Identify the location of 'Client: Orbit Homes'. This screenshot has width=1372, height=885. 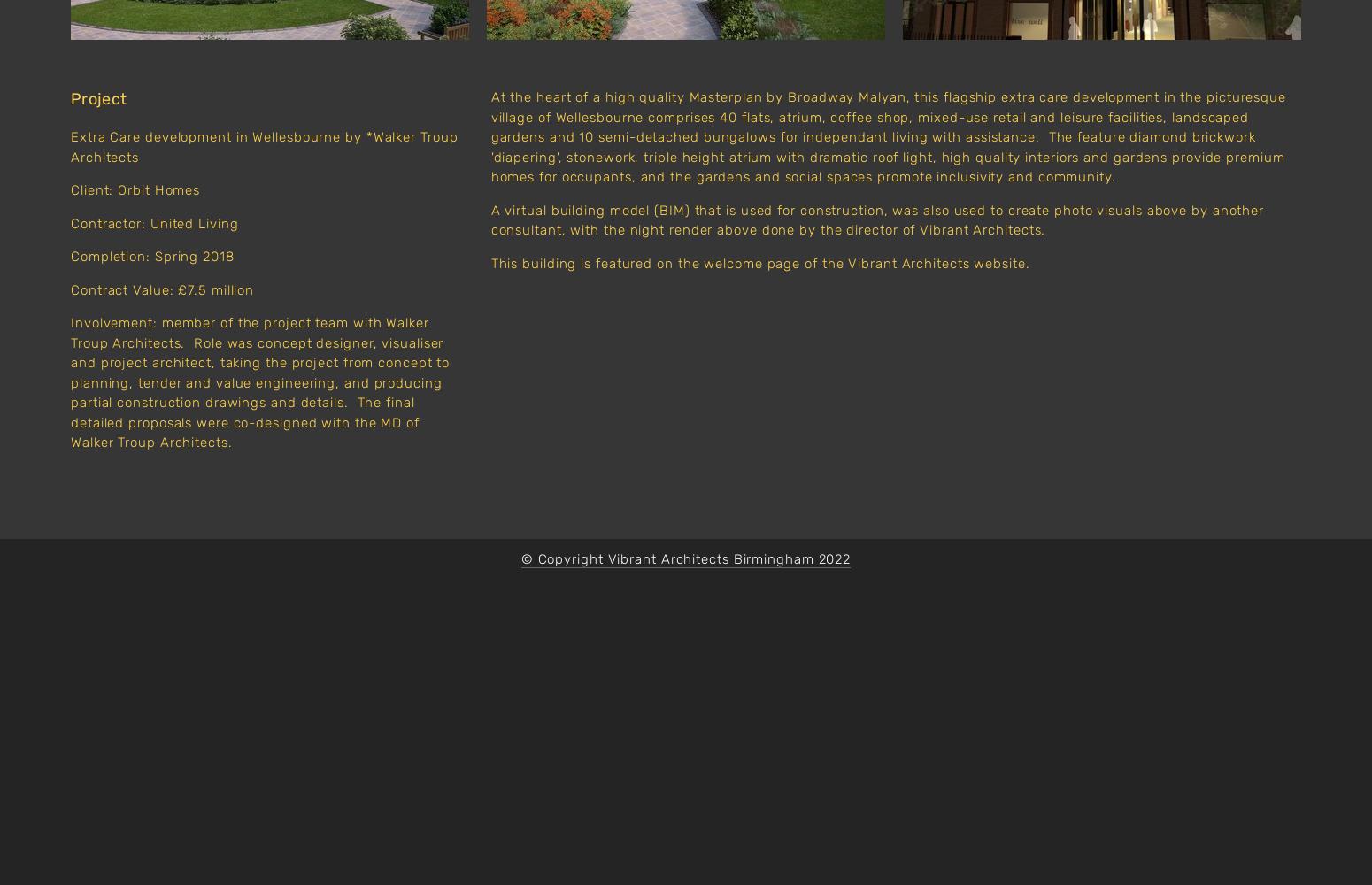
(70, 189).